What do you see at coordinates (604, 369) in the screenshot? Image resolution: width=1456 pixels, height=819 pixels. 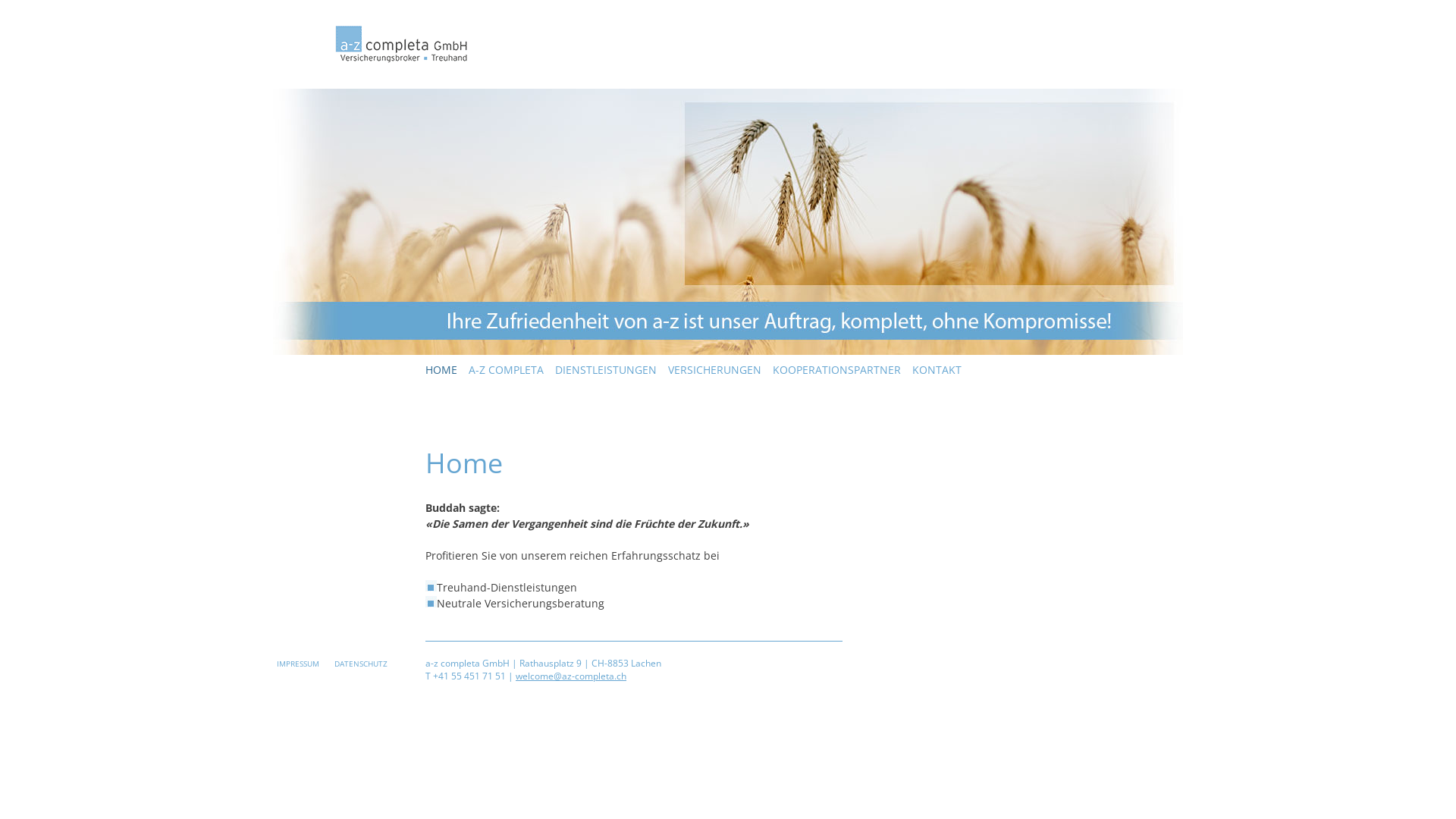 I see `'DIENSTLEISTUNGEN'` at bounding box center [604, 369].